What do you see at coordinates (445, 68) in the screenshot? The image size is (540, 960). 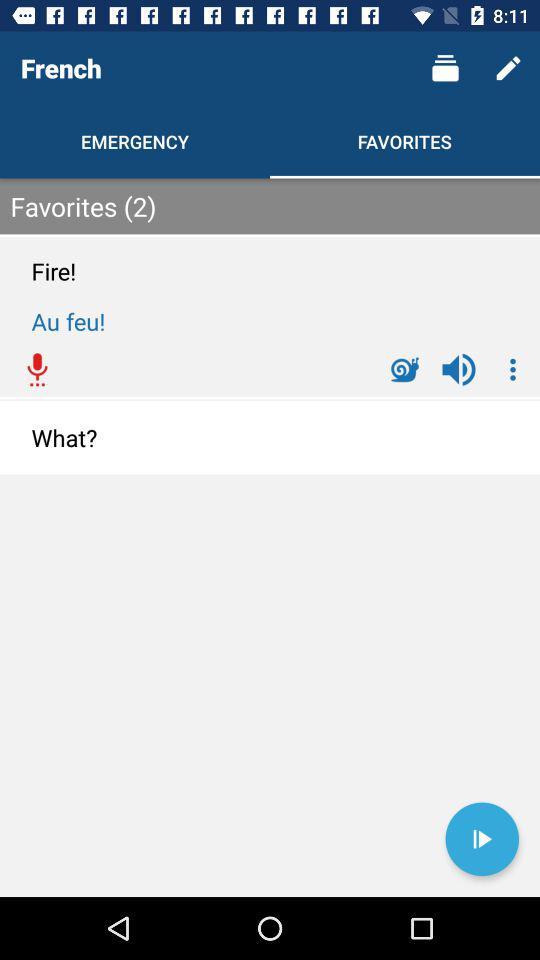 I see `the icon to the right of the french` at bounding box center [445, 68].